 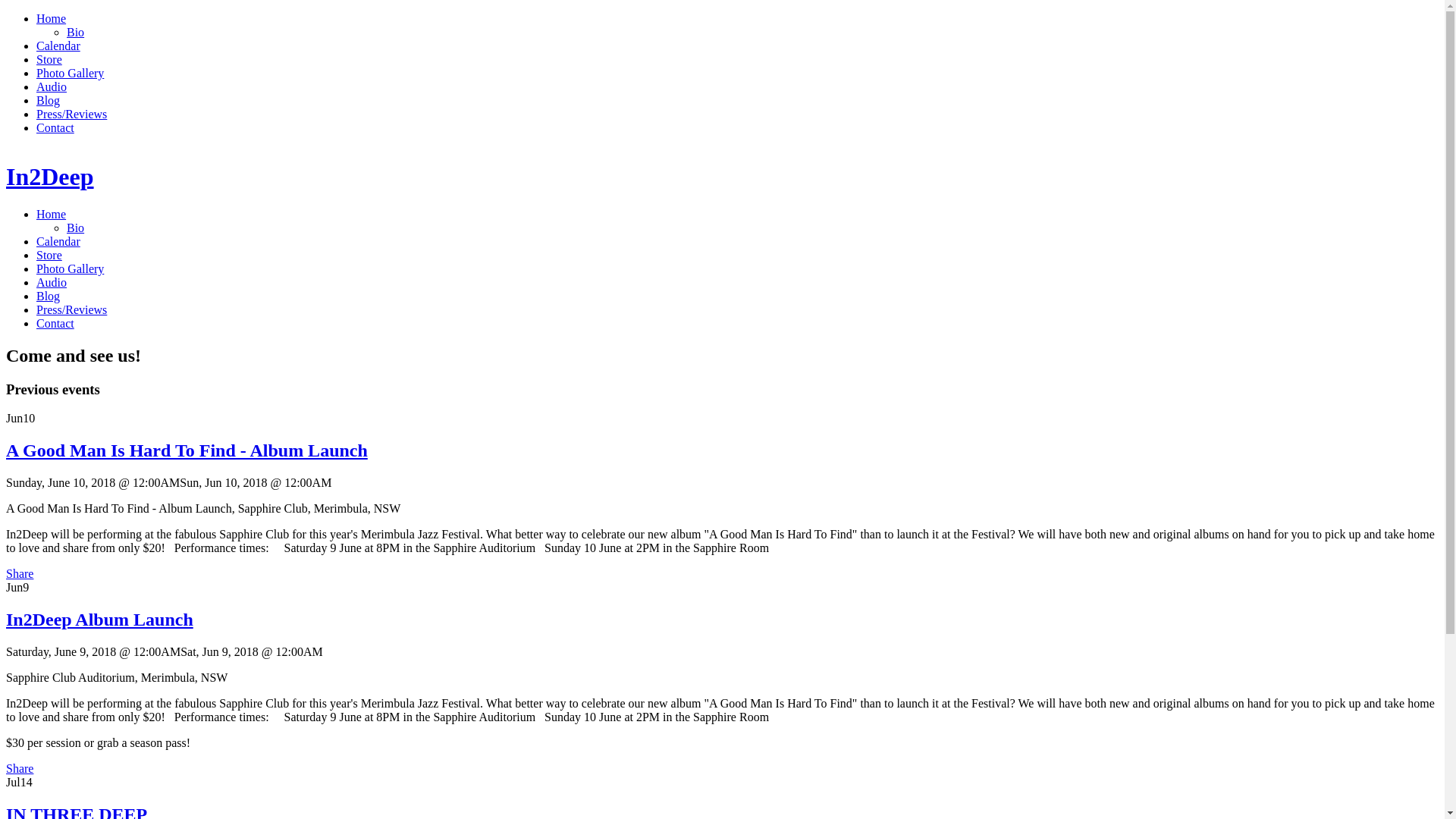 What do you see at coordinates (55, 322) in the screenshot?
I see `'Contact'` at bounding box center [55, 322].